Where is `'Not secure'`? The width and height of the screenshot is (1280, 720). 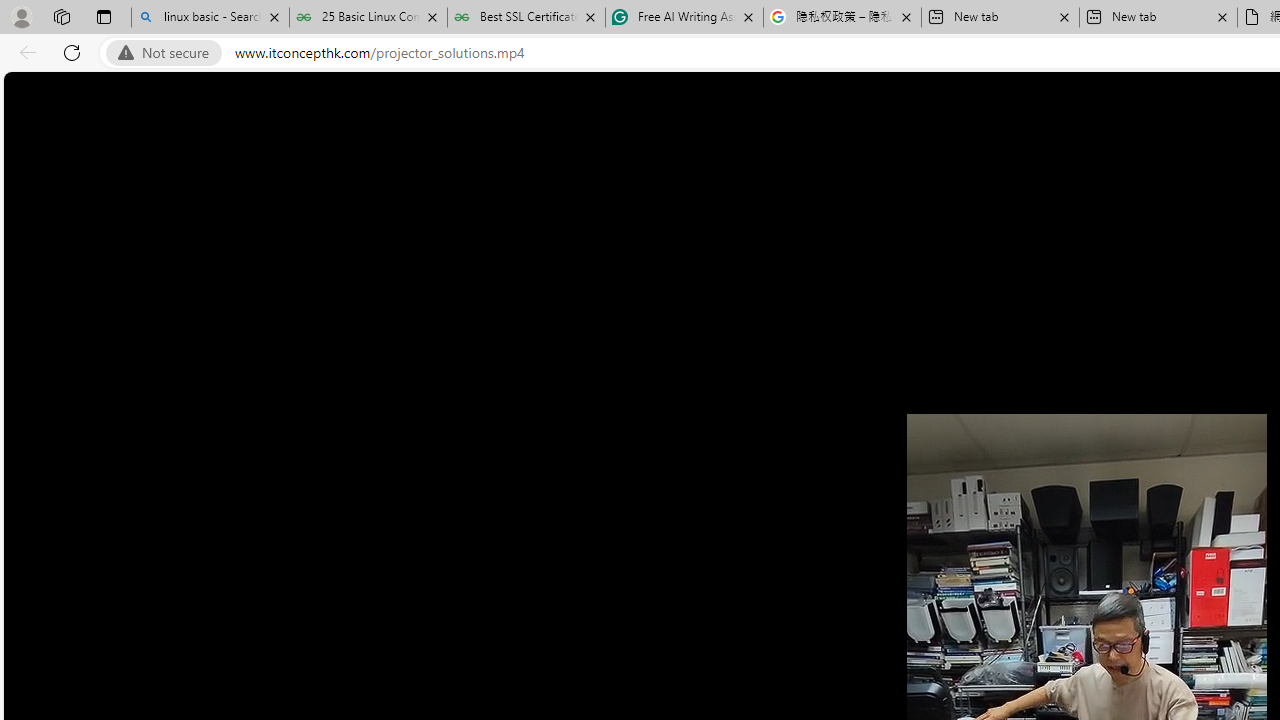 'Not secure' is located at coordinates (168, 52).